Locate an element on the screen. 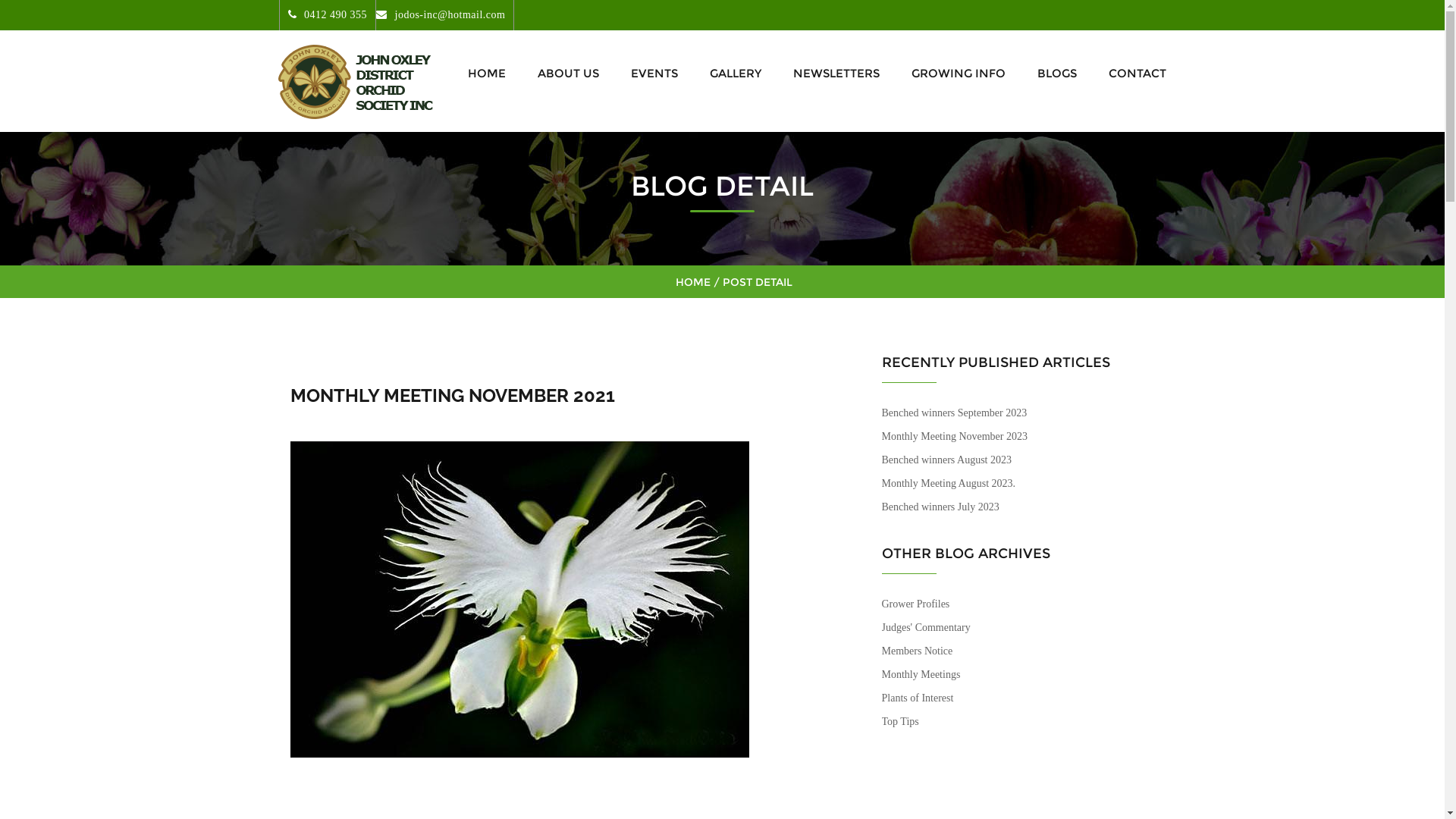  'NEWSLETTERS' is located at coordinates (783, 73).